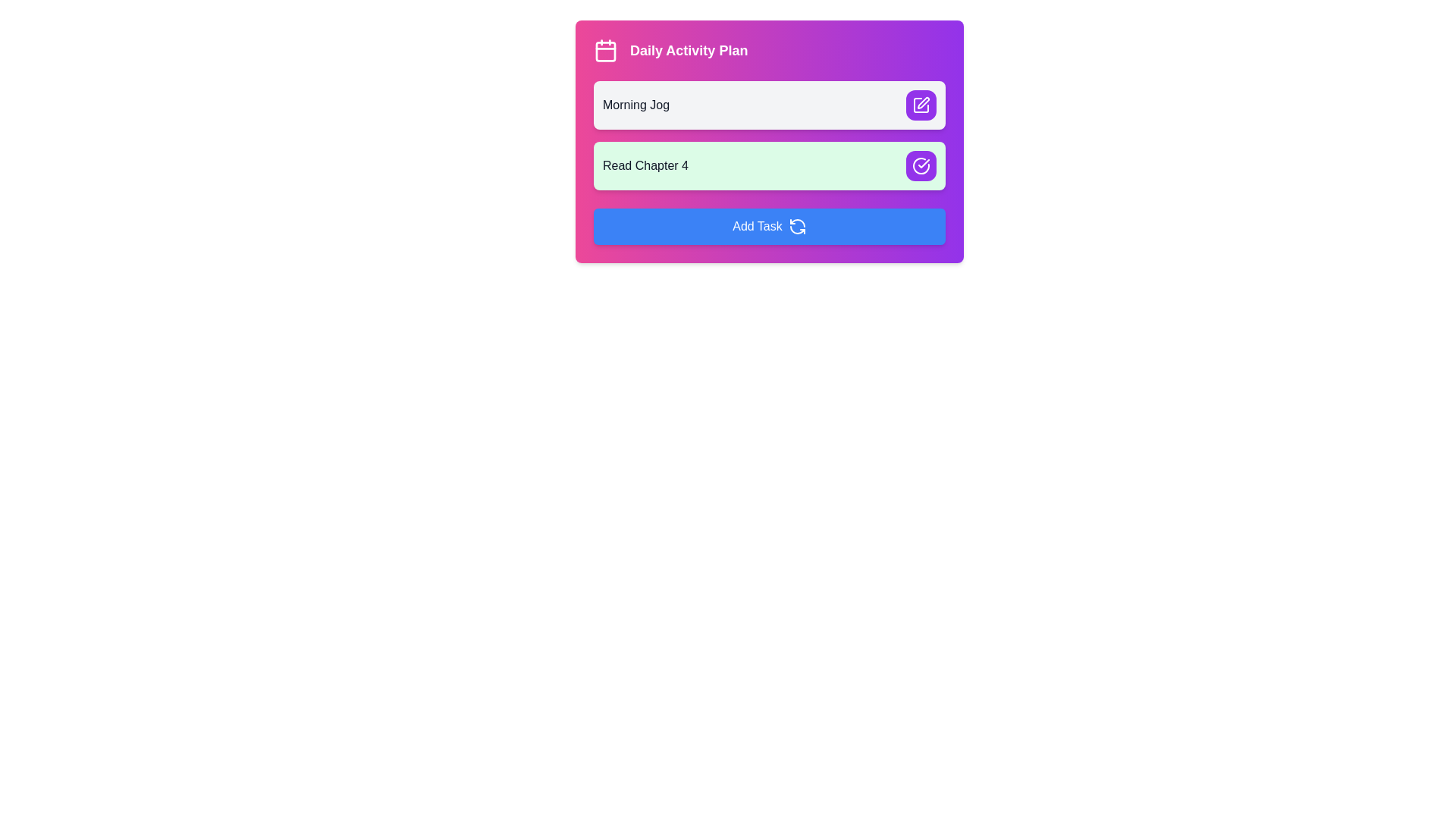 The image size is (1456, 819). Describe the element at coordinates (757, 227) in the screenshot. I see `the static text label within the blue button that indicates the function to add a task` at that location.